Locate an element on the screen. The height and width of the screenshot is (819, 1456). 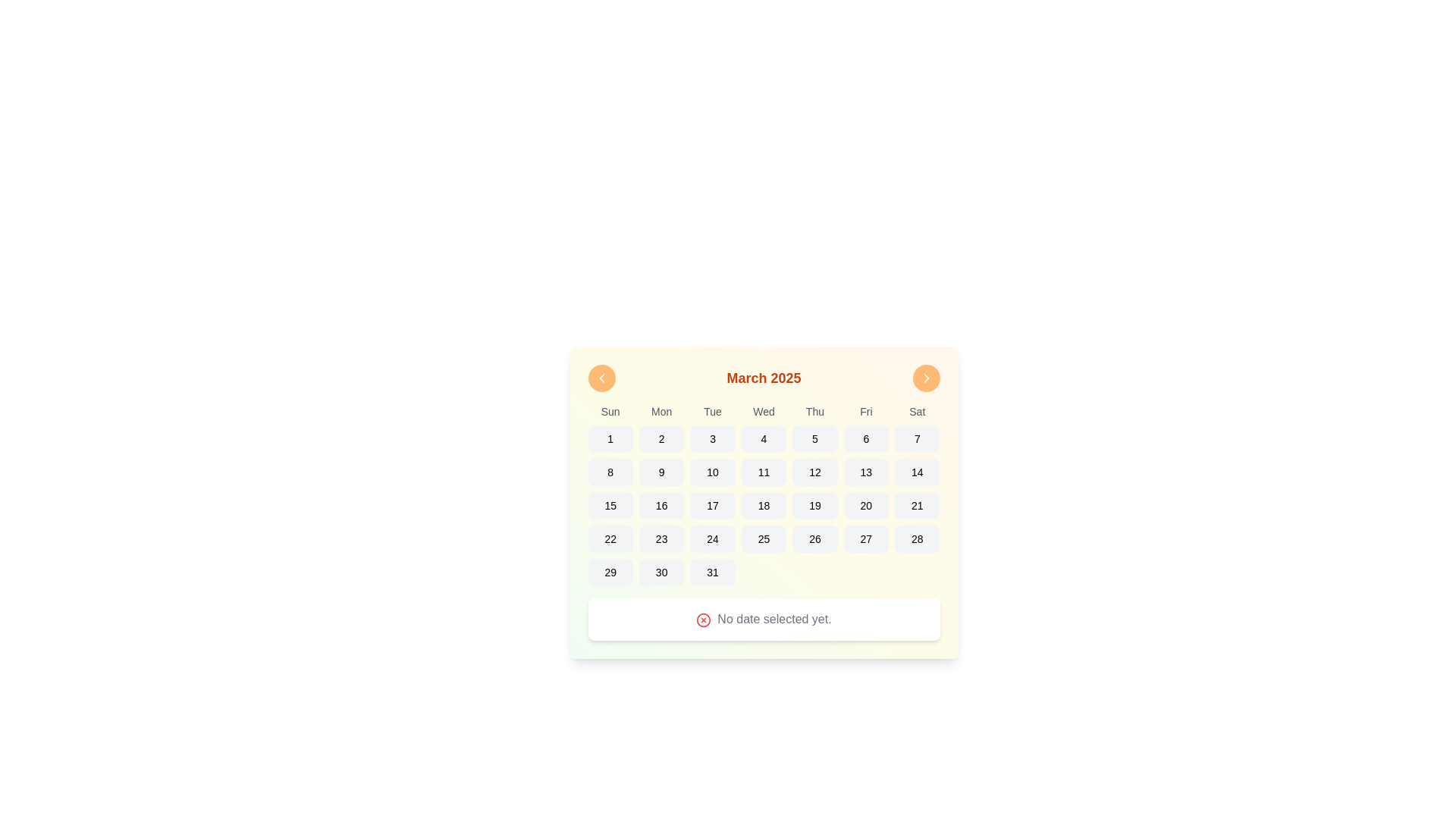
the button displaying '28' in bold, dark font located in the last row of the calendar grid under the 'Sat' column is located at coordinates (916, 538).